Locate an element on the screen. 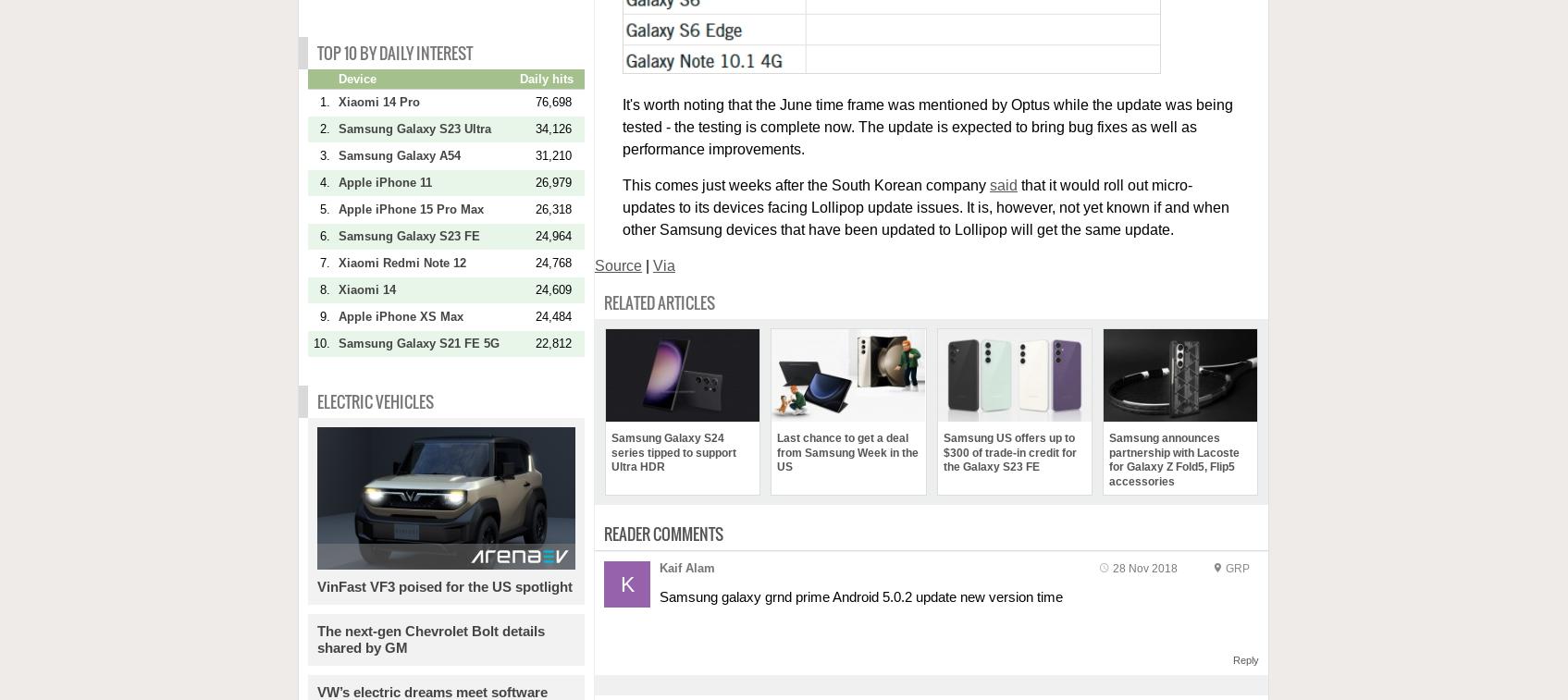 This screenshot has width=1568, height=700. 'Apple iPhone XS Max' is located at coordinates (400, 314).